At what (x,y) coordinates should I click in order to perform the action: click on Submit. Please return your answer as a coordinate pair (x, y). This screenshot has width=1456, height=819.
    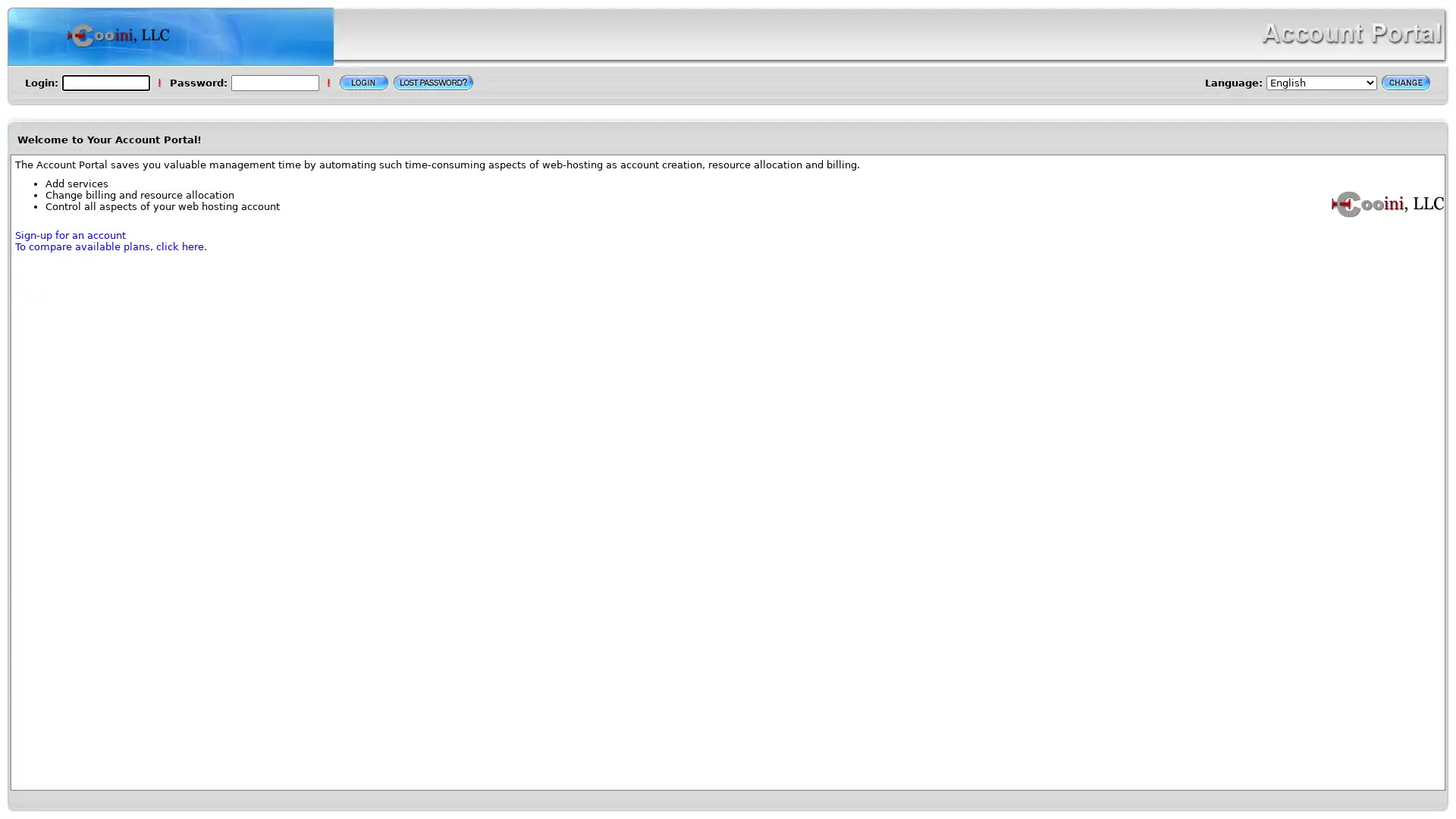
    Looking at the image, I should click on (1404, 83).